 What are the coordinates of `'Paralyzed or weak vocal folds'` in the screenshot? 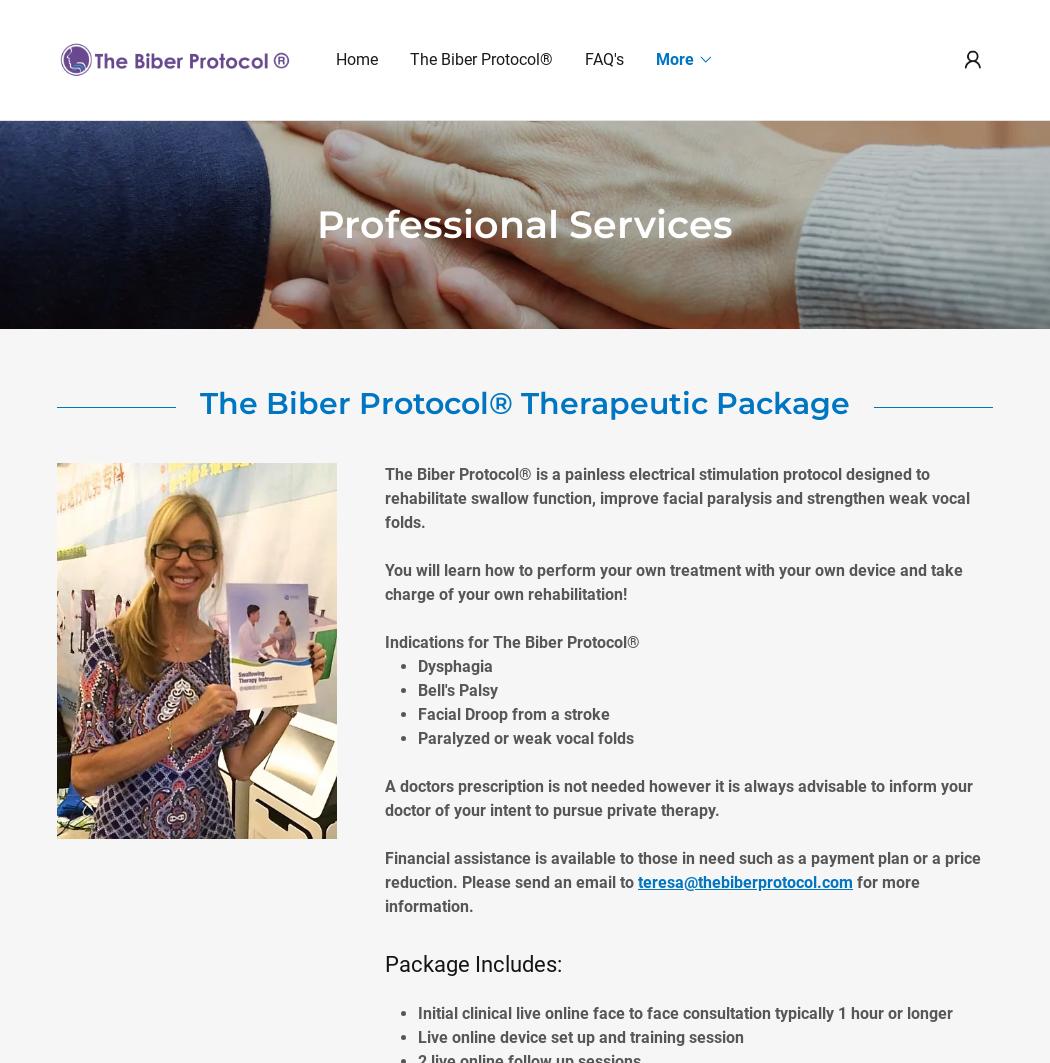 It's located at (525, 736).